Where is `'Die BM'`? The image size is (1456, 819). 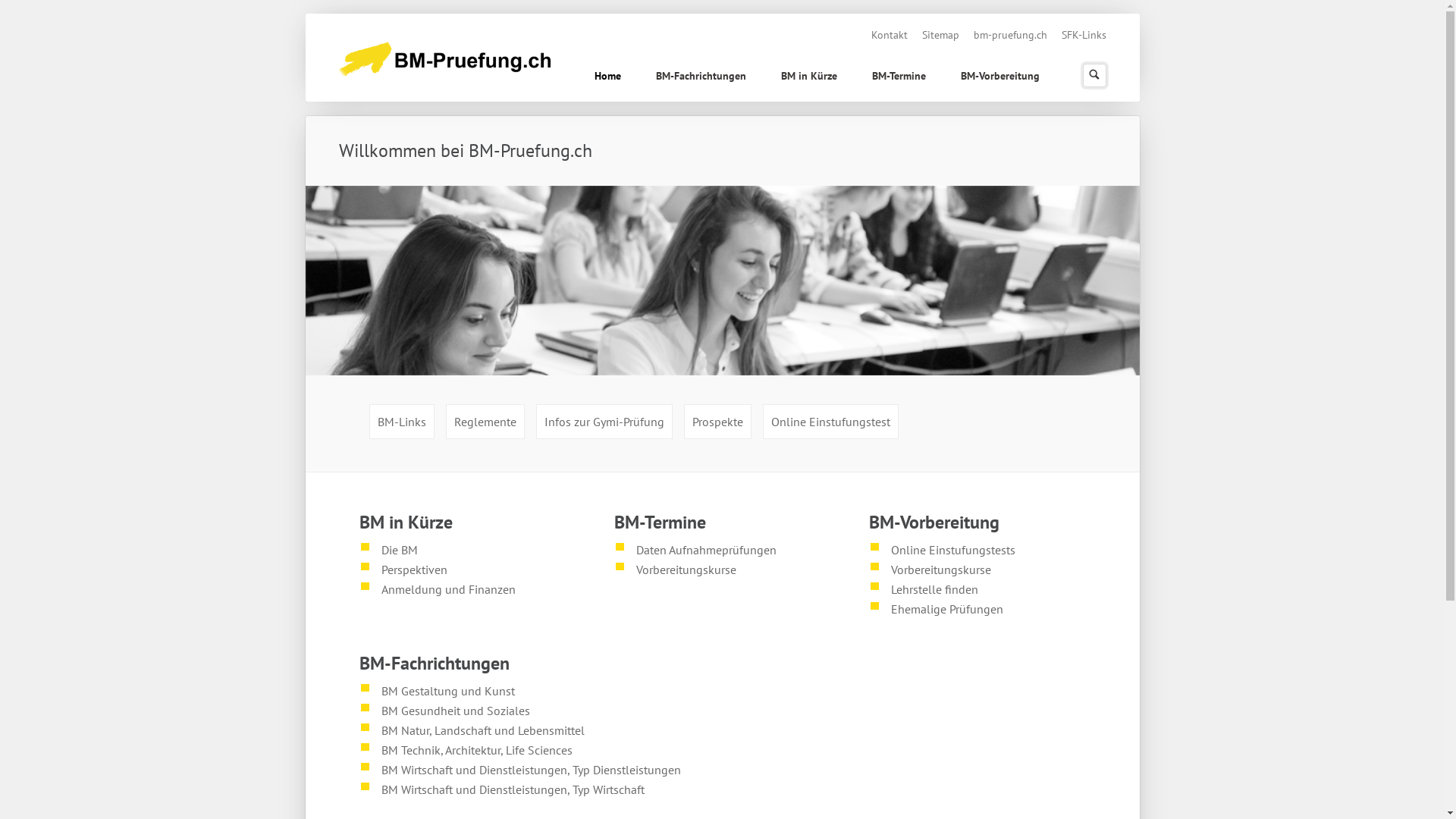 'Die BM' is located at coordinates (400, 550).